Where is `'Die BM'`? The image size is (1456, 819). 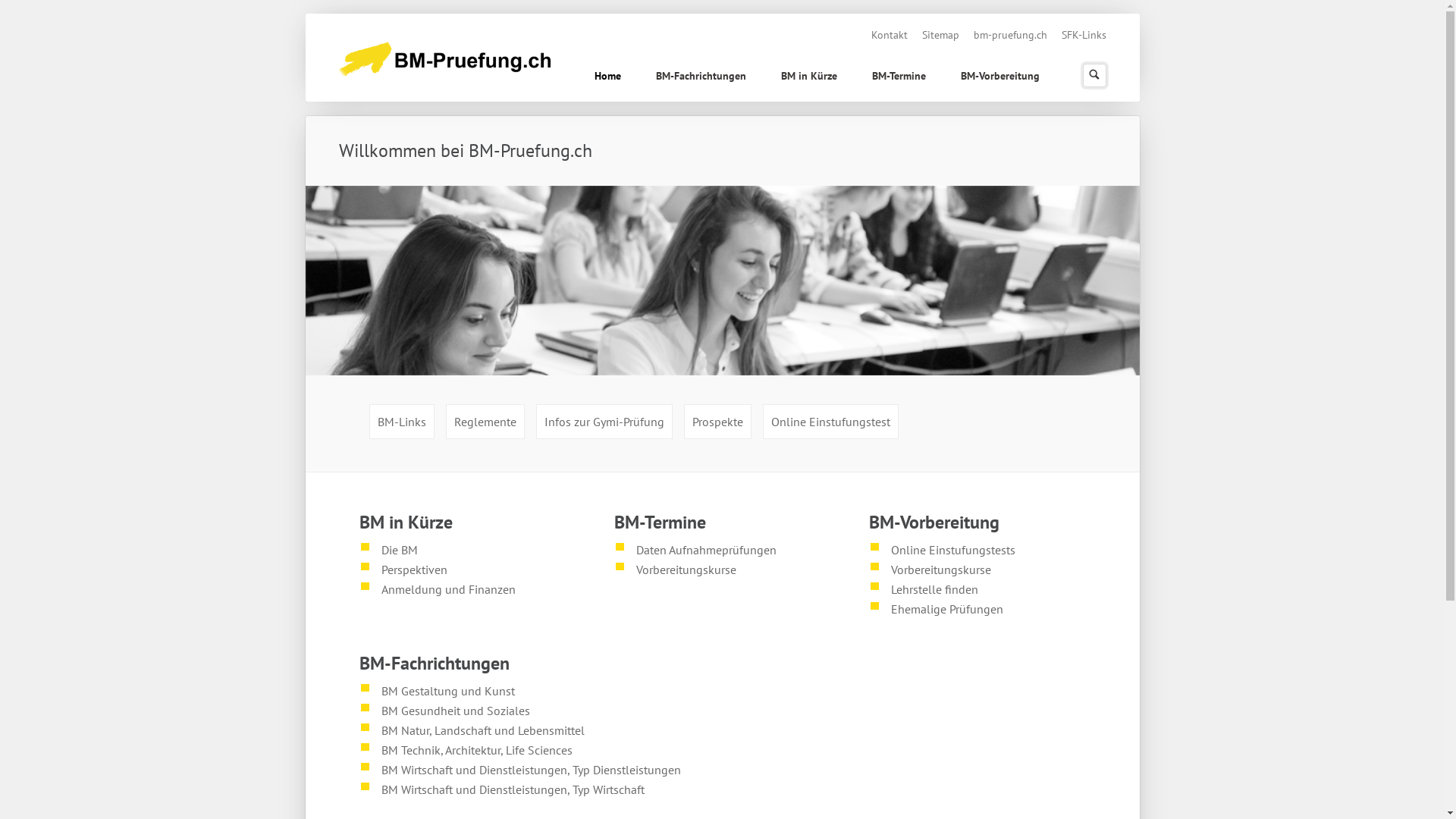 'Die BM' is located at coordinates (400, 550).